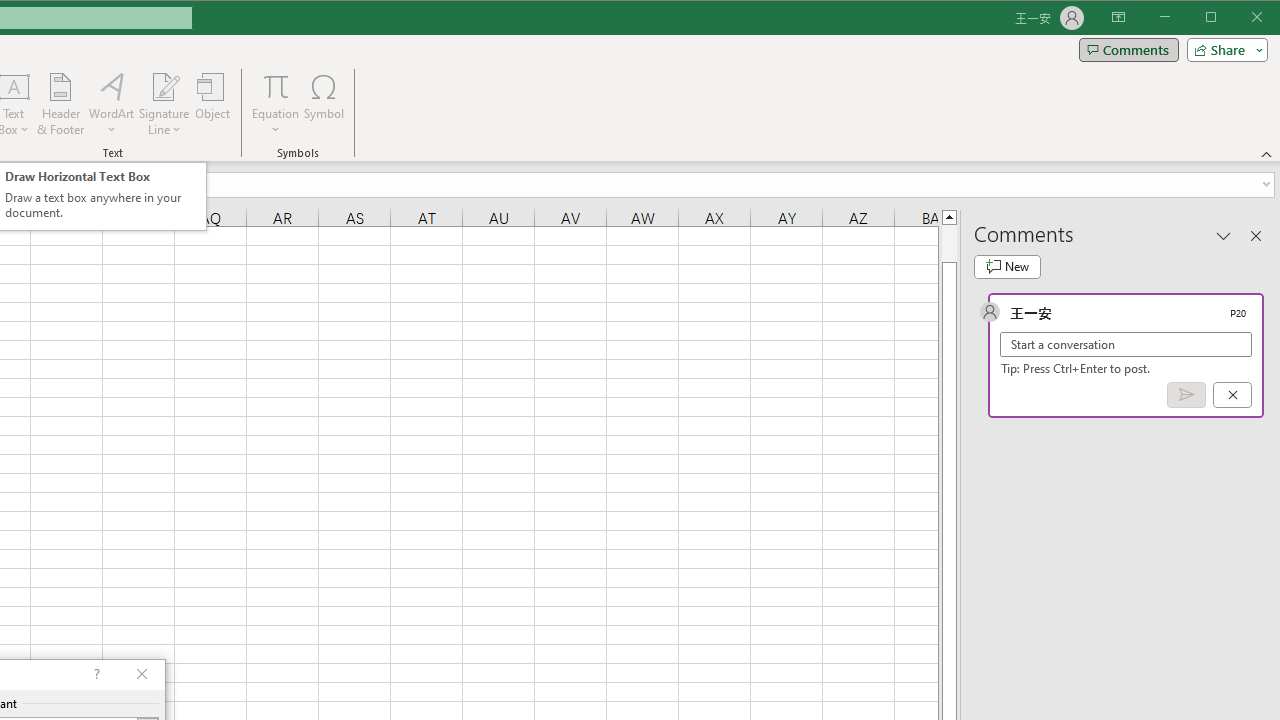 The width and height of the screenshot is (1280, 720). I want to click on 'Object...', so click(213, 104).